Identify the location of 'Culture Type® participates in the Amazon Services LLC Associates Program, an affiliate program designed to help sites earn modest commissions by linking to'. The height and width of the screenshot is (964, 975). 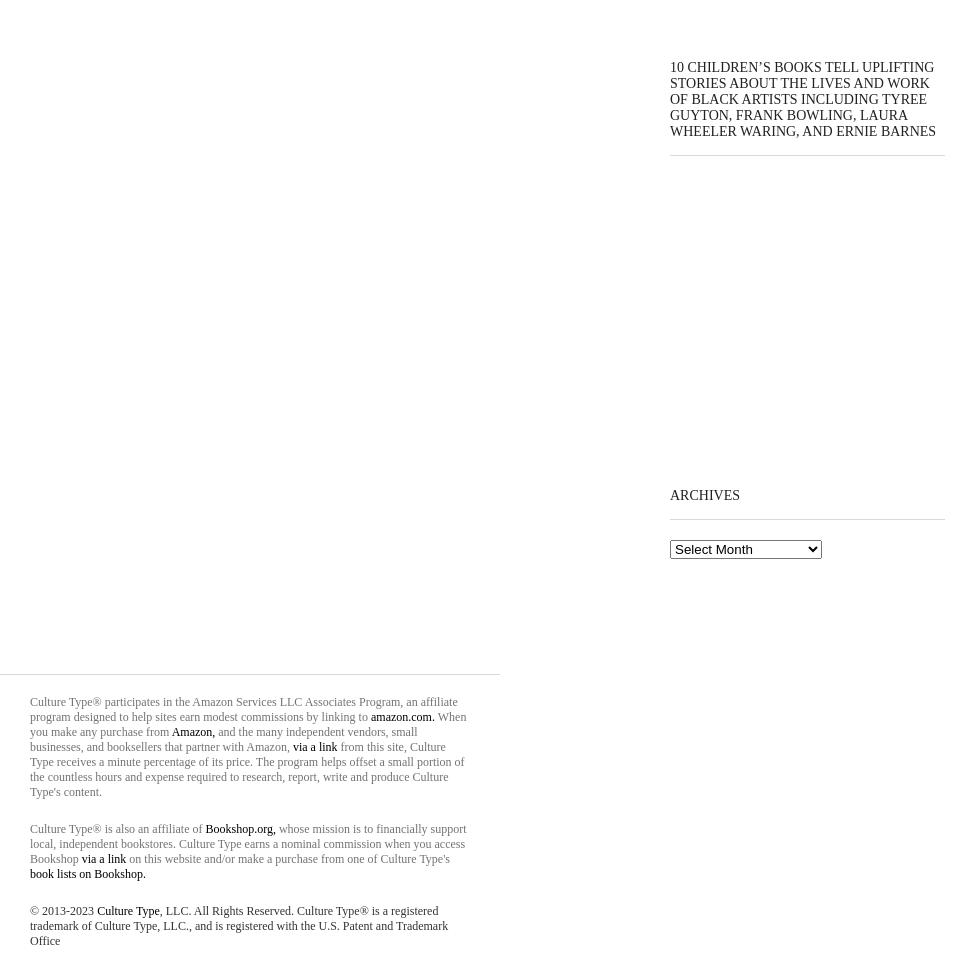
(243, 708).